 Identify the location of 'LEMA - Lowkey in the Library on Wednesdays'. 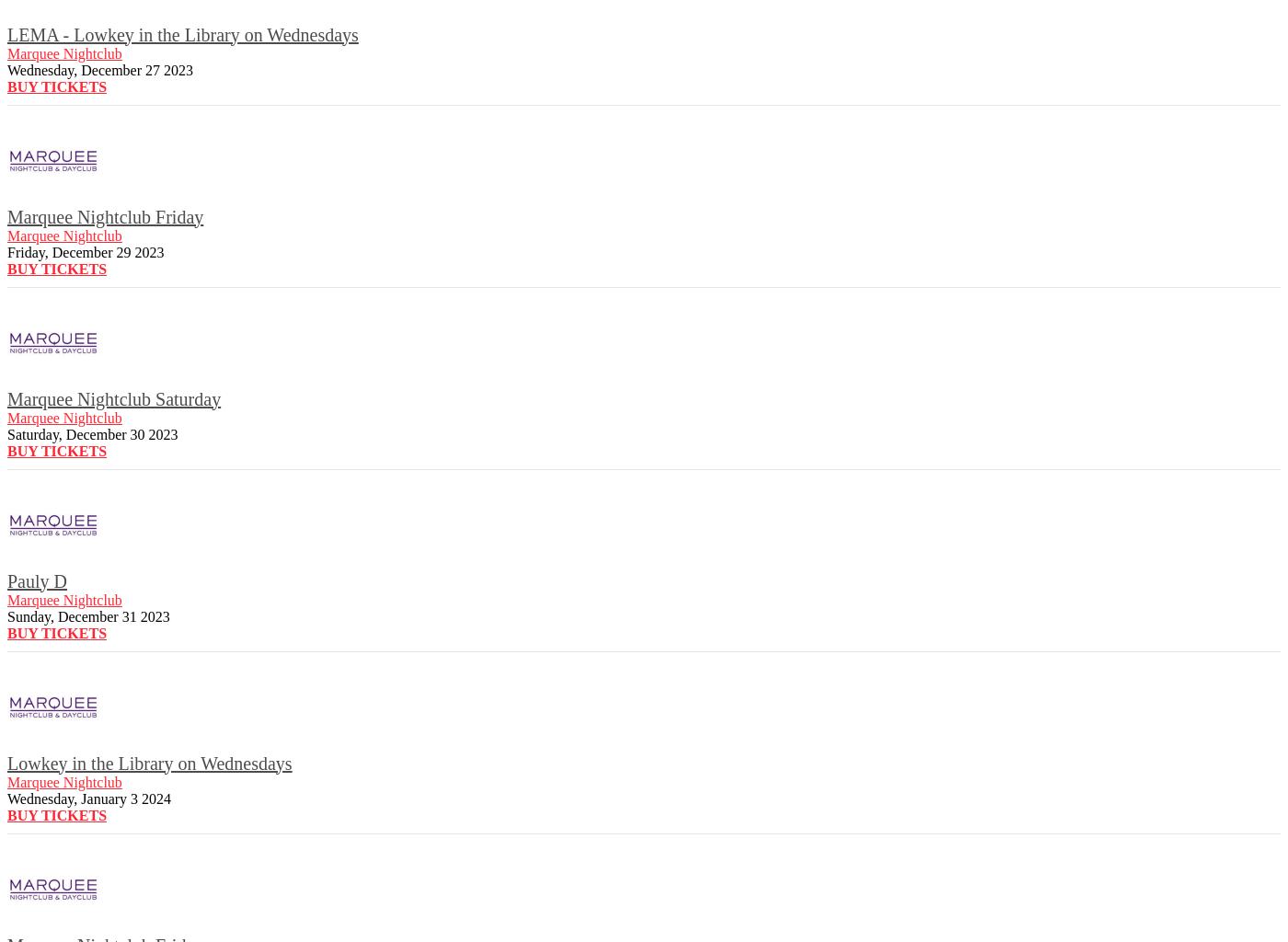
(182, 33).